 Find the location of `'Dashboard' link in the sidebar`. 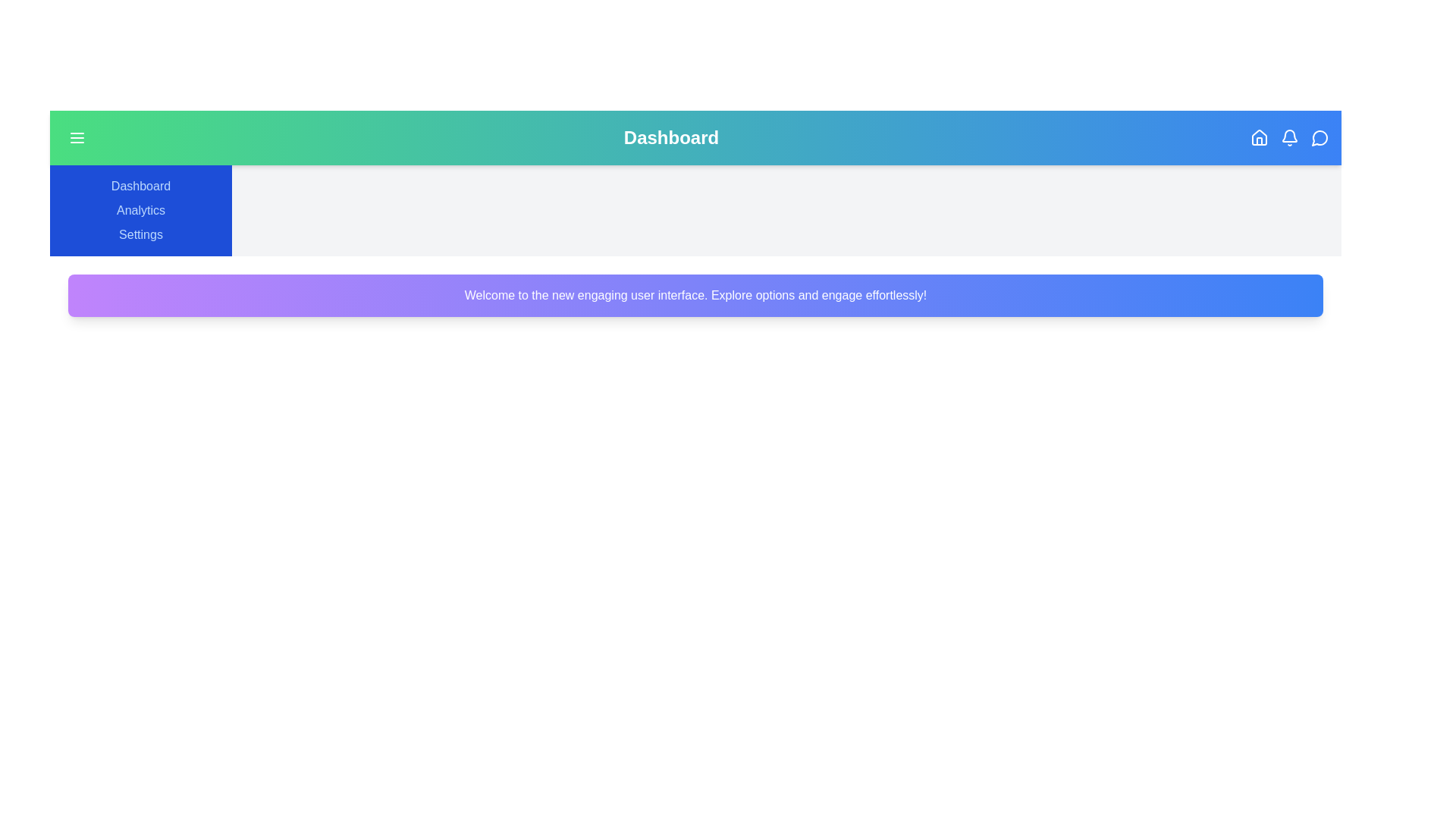

'Dashboard' link in the sidebar is located at coordinates (141, 186).